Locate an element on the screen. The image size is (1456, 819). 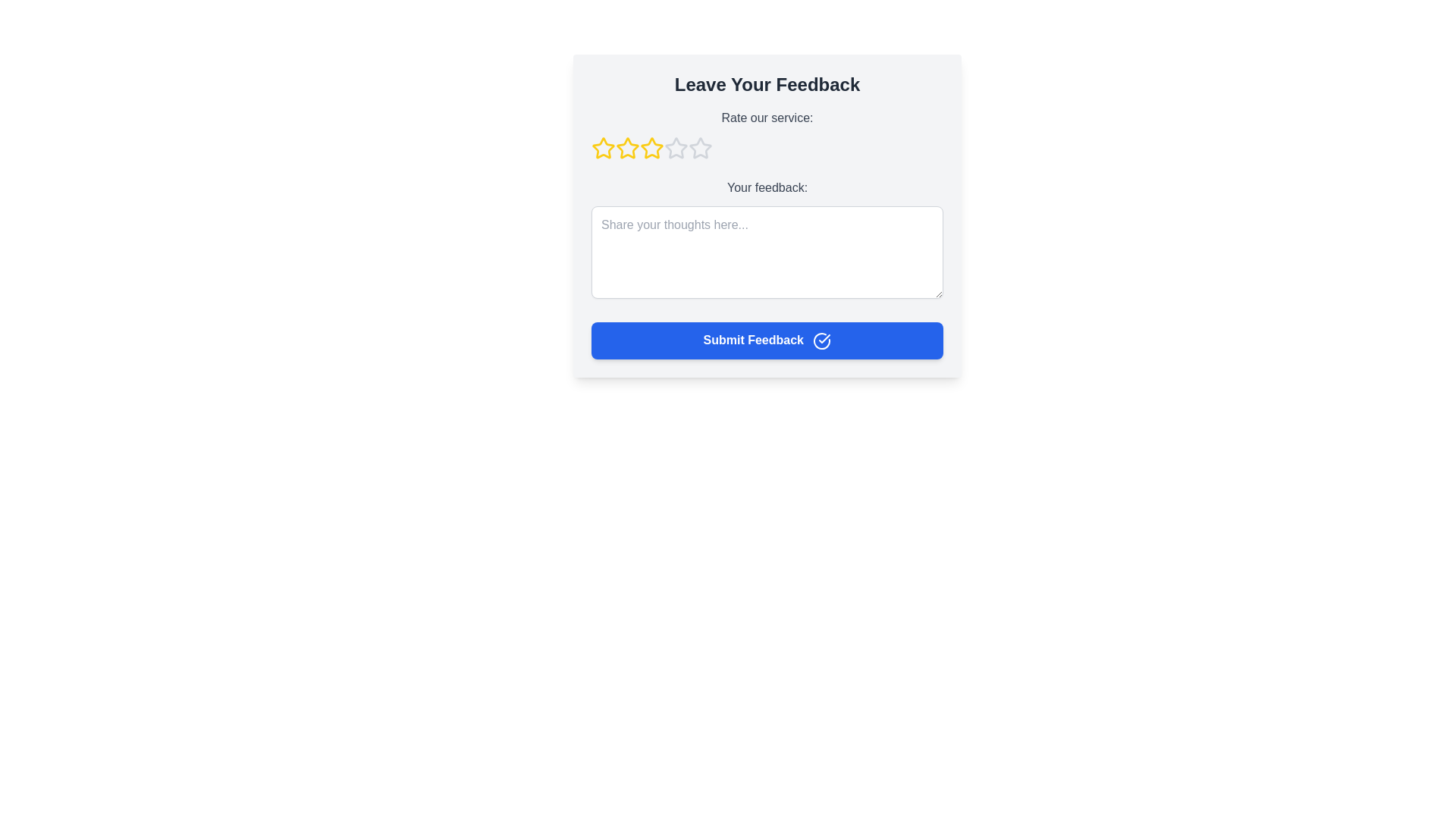
the interactive star icons in the rating widget to set a user rating for the service, located between the 'Leave Your Feedback' title and the 'Your feedback:' section is located at coordinates (767, 133).